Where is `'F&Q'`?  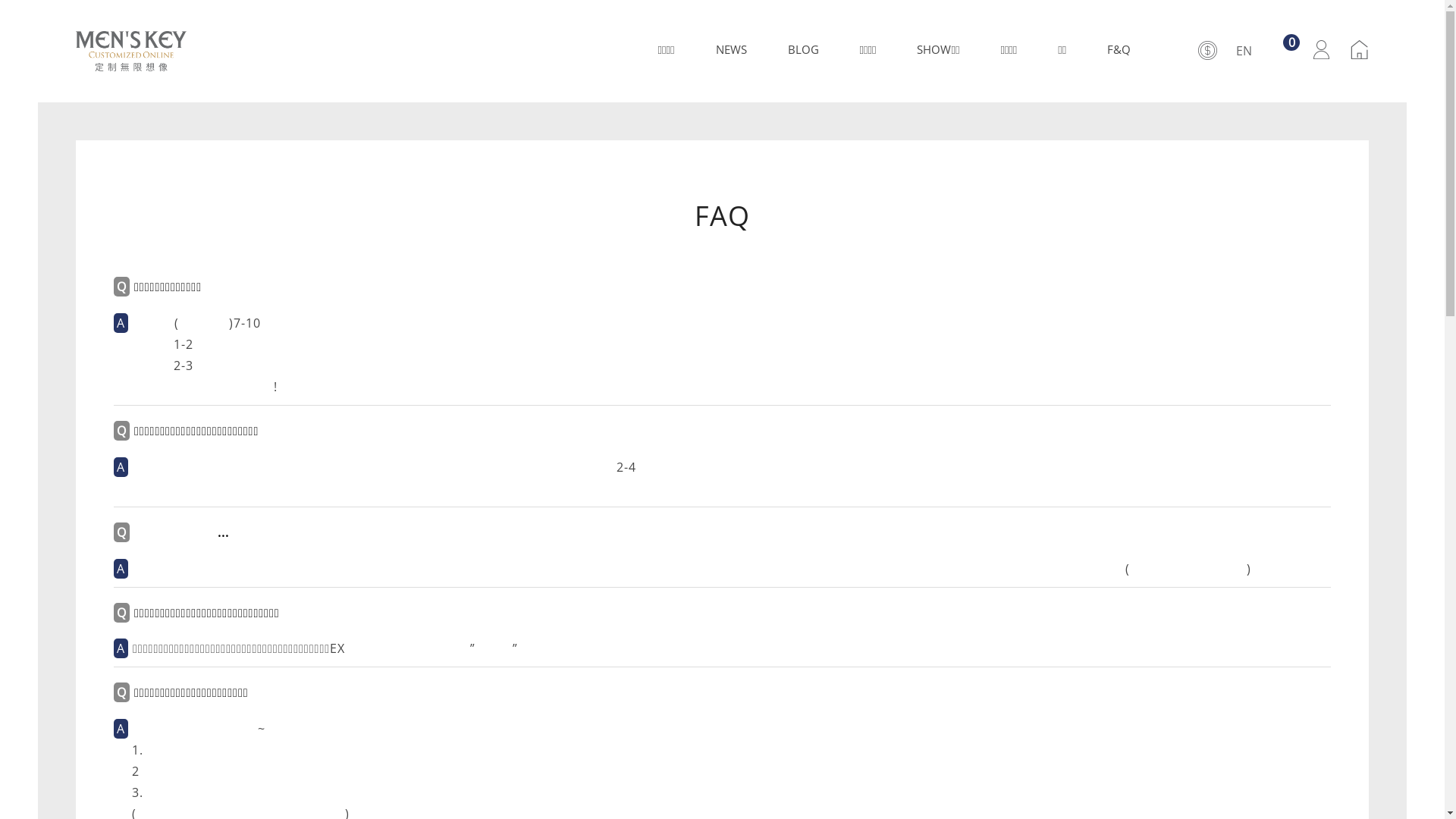
'F&Q' is located at coordinates (1119, 49).